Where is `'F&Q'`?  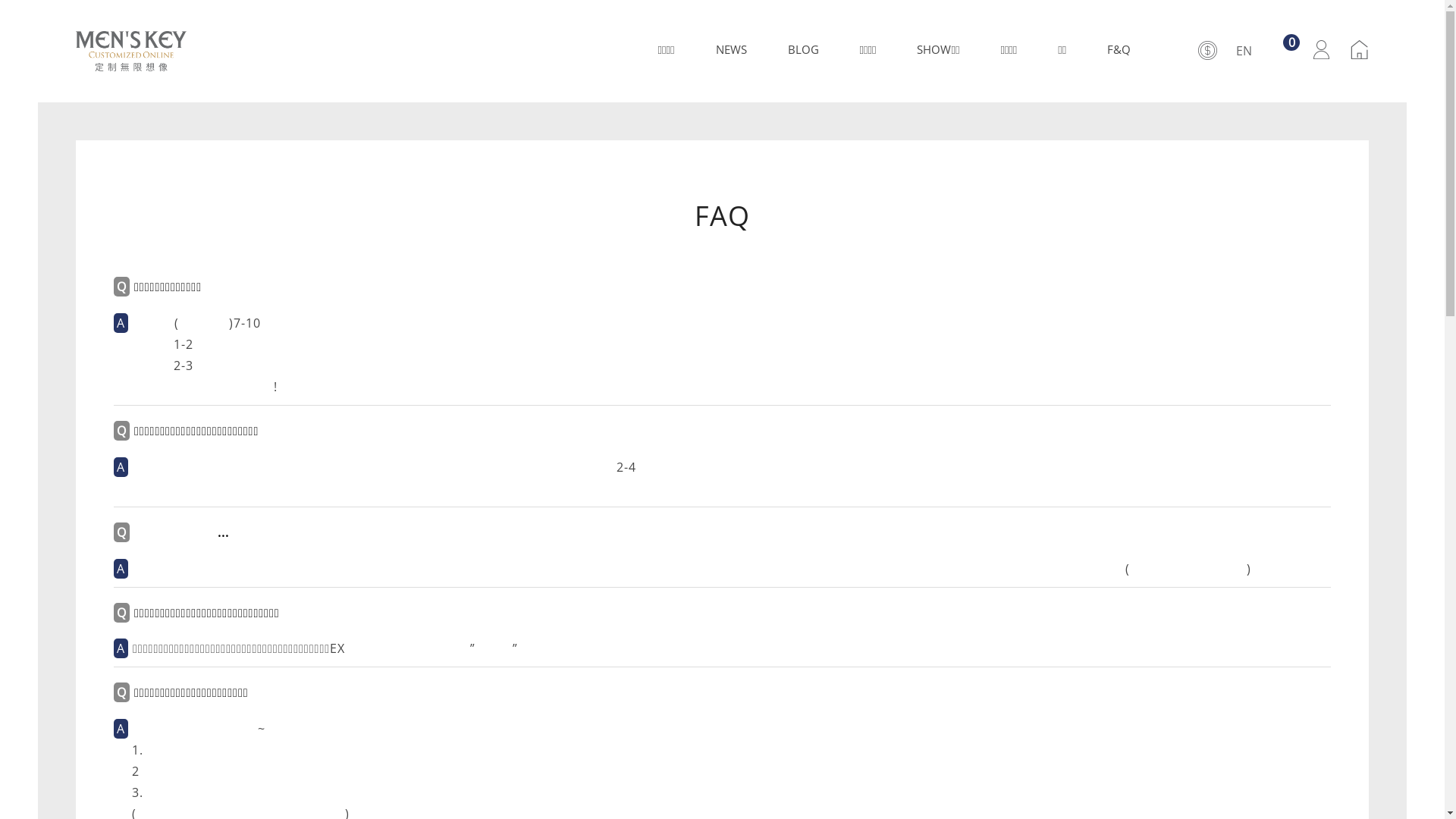
'F&Q' is located at coordinates (1119, 49).